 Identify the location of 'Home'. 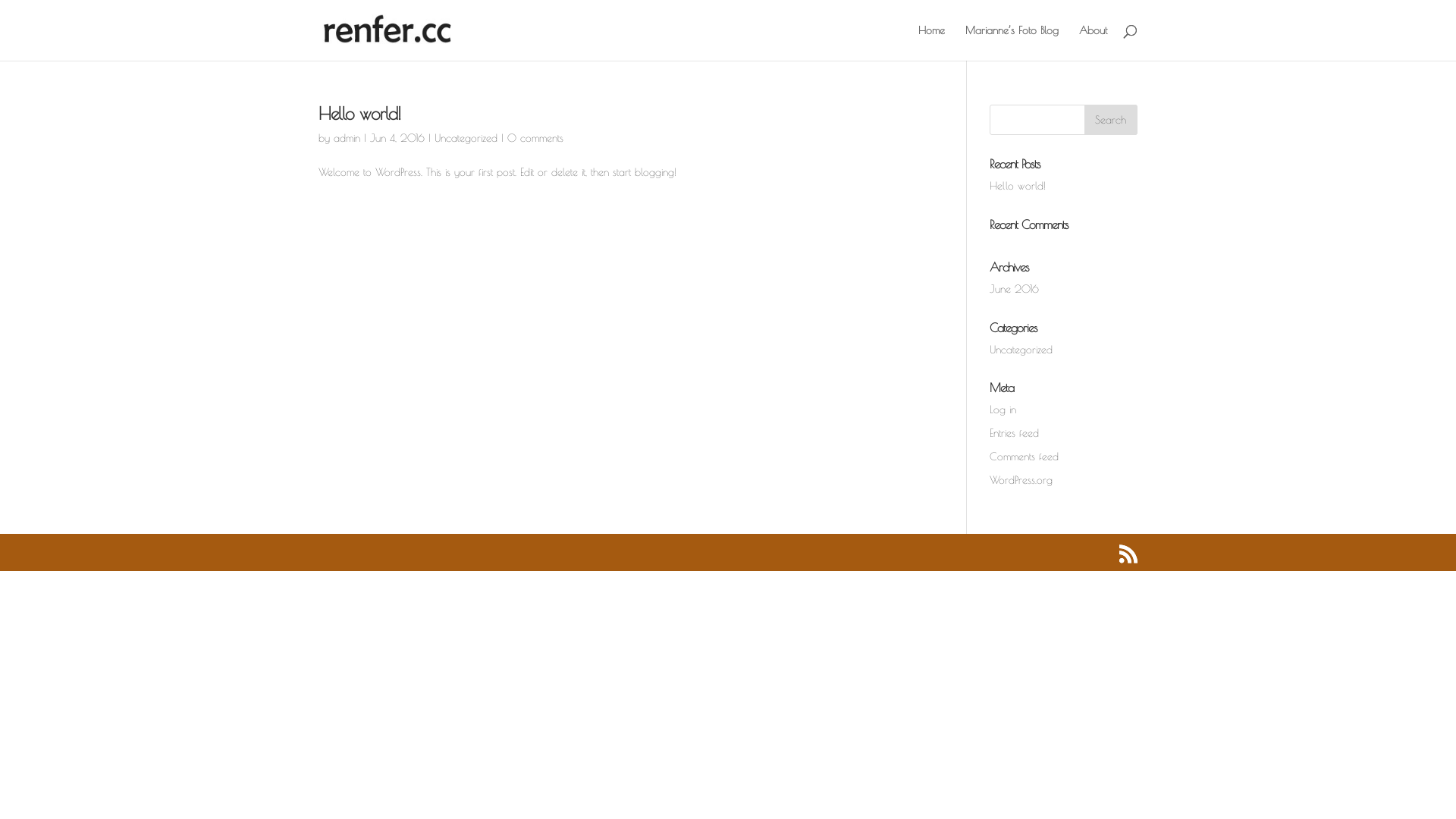
(930, 42).